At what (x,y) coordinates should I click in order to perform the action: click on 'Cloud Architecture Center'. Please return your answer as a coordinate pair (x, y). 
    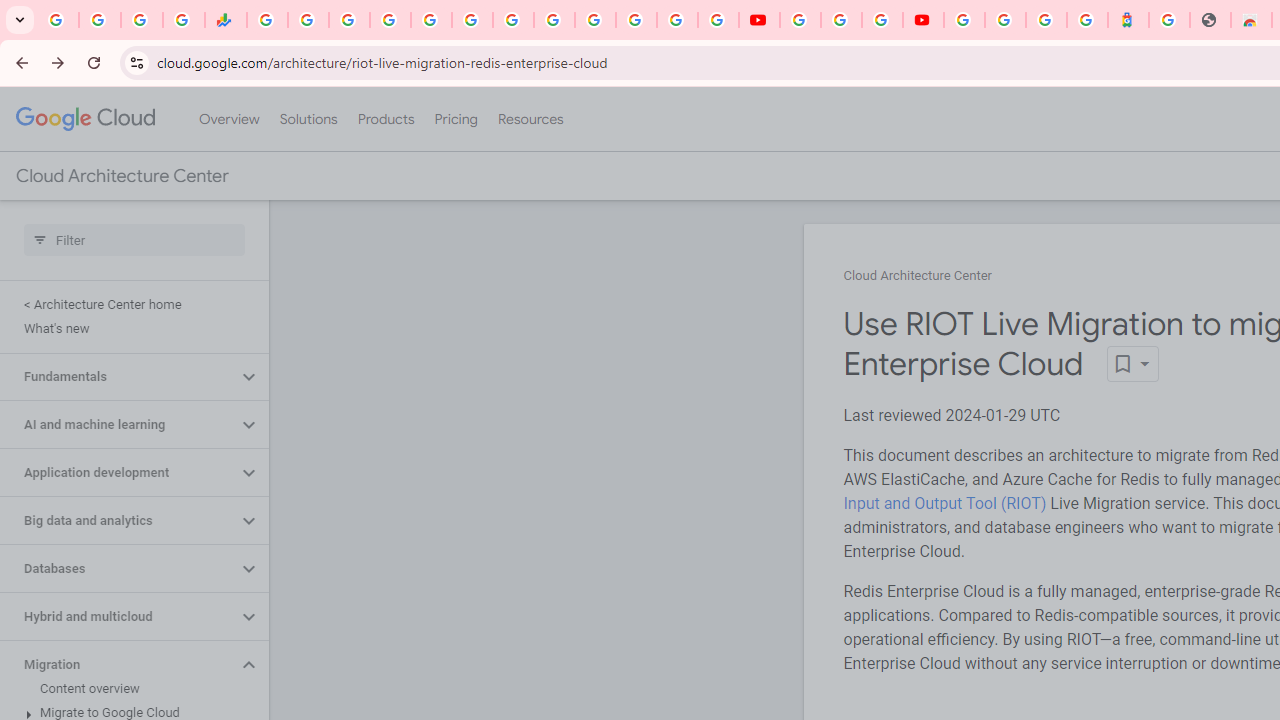
    Looking at the image, I should click on (916, 276).